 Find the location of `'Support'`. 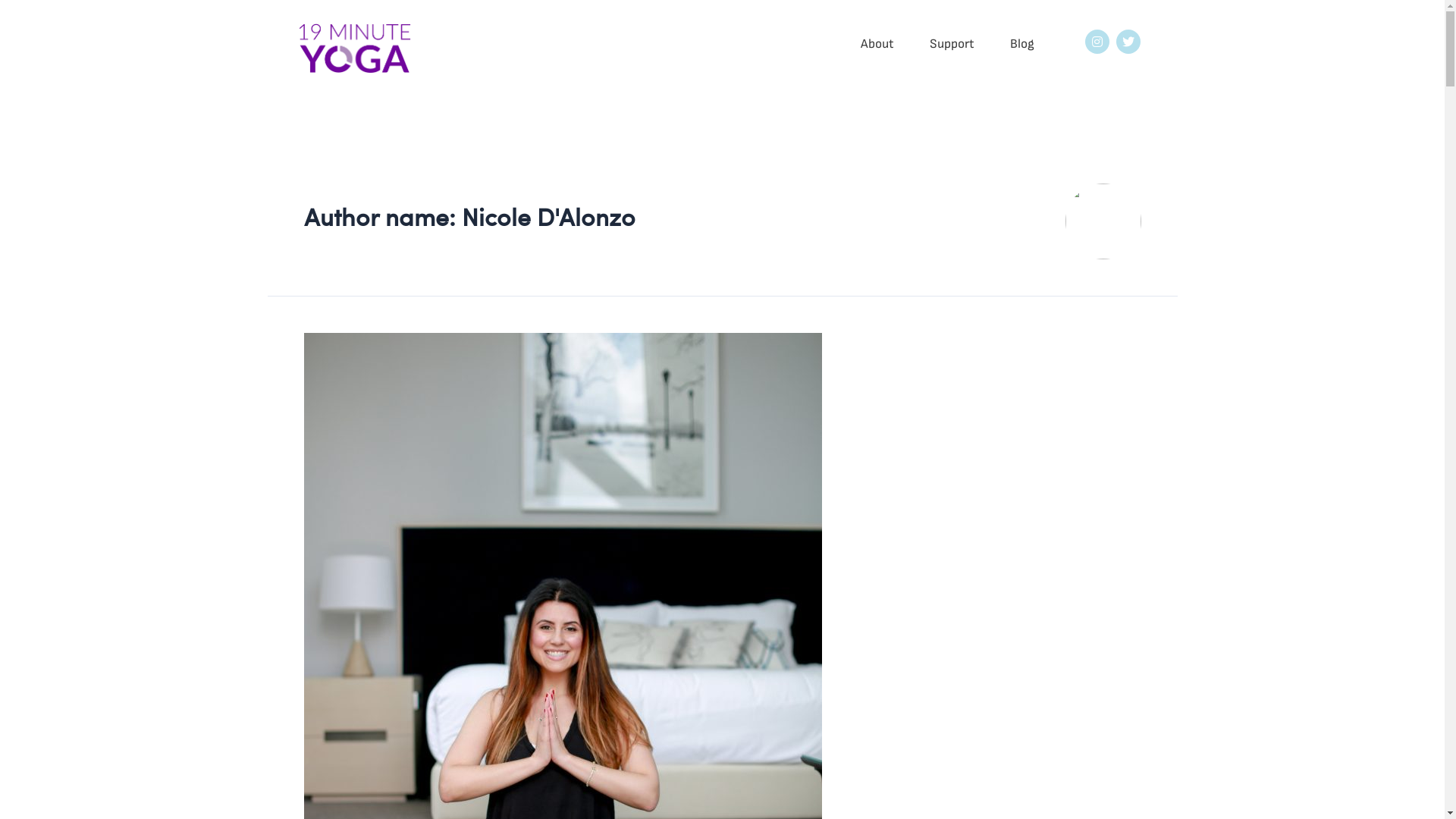

'Support' is located at coordinates (951, 42).